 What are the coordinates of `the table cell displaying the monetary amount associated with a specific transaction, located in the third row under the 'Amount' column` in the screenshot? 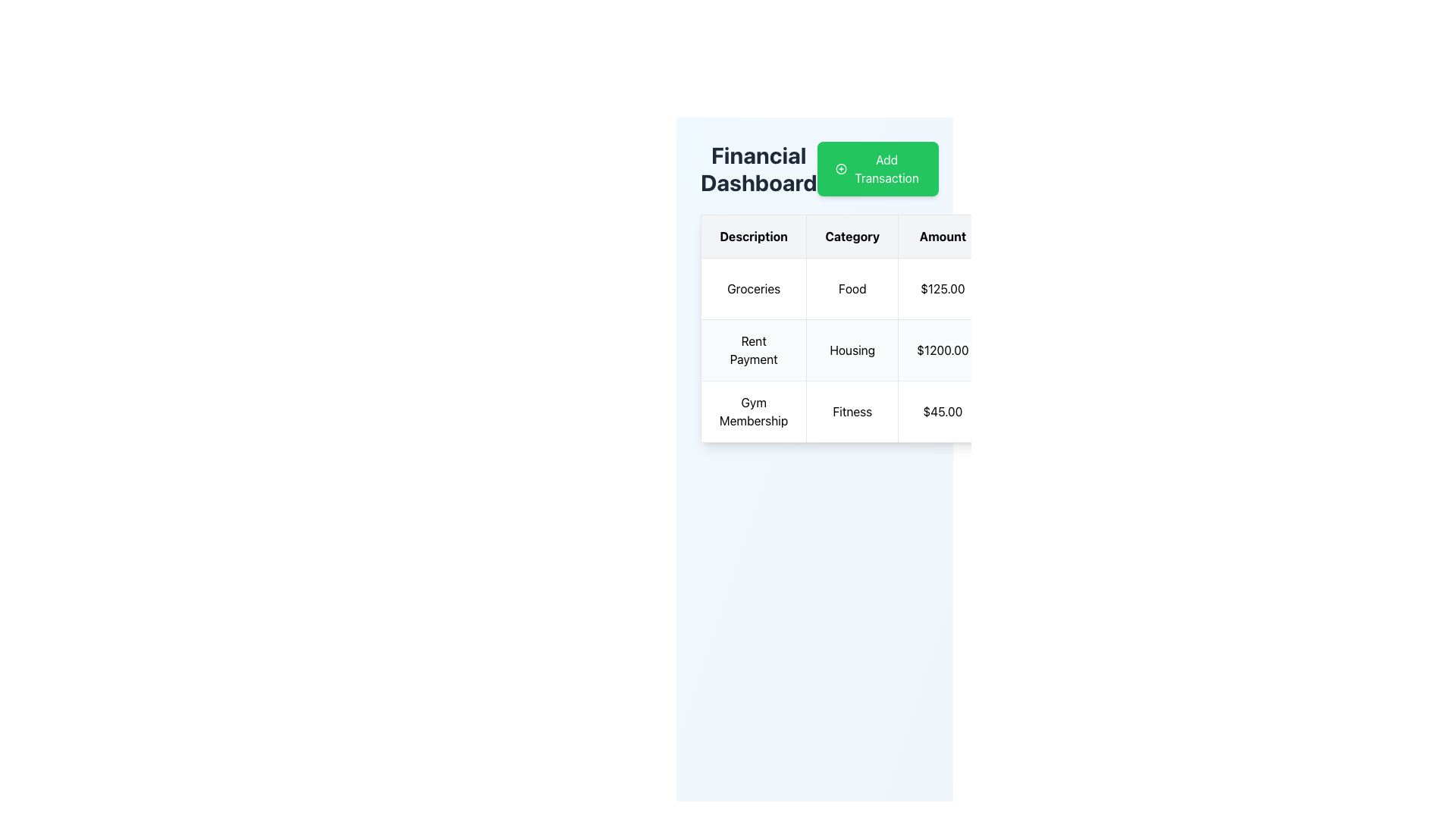 It's located at (942, 412).